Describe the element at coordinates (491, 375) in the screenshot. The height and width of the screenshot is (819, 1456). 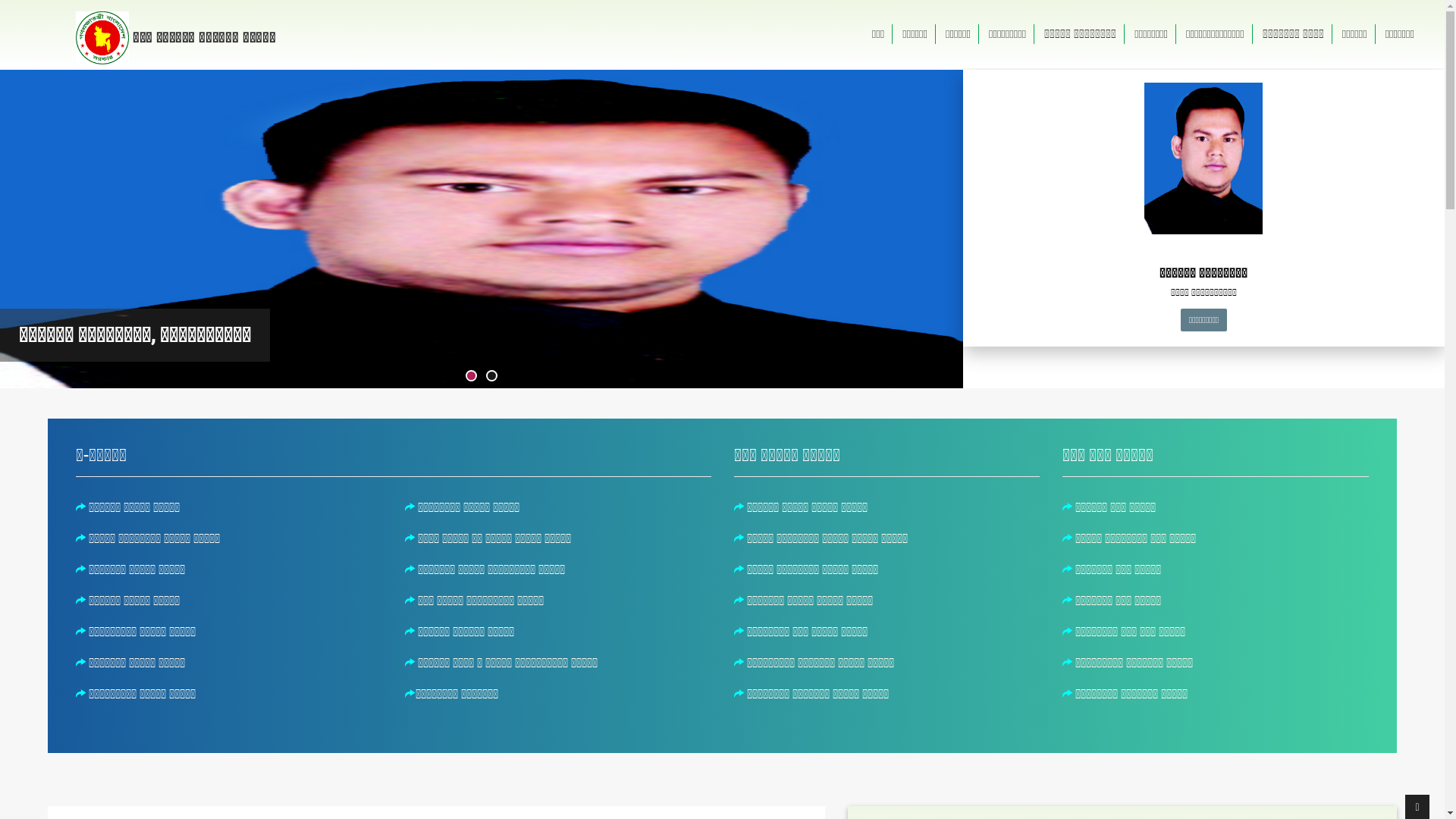
I see `'2'` at that location.